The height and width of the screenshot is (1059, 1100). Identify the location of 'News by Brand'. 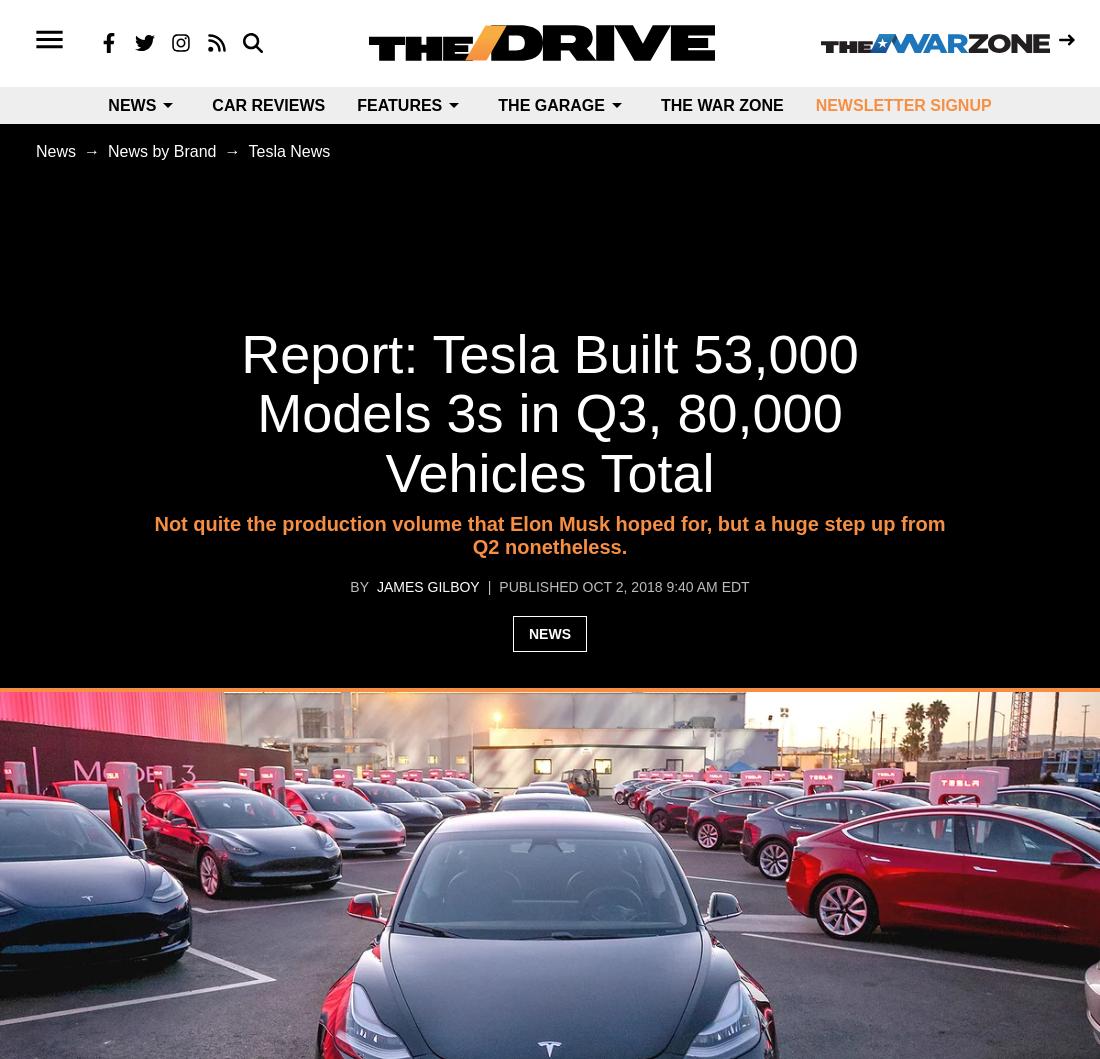
(108, 150).